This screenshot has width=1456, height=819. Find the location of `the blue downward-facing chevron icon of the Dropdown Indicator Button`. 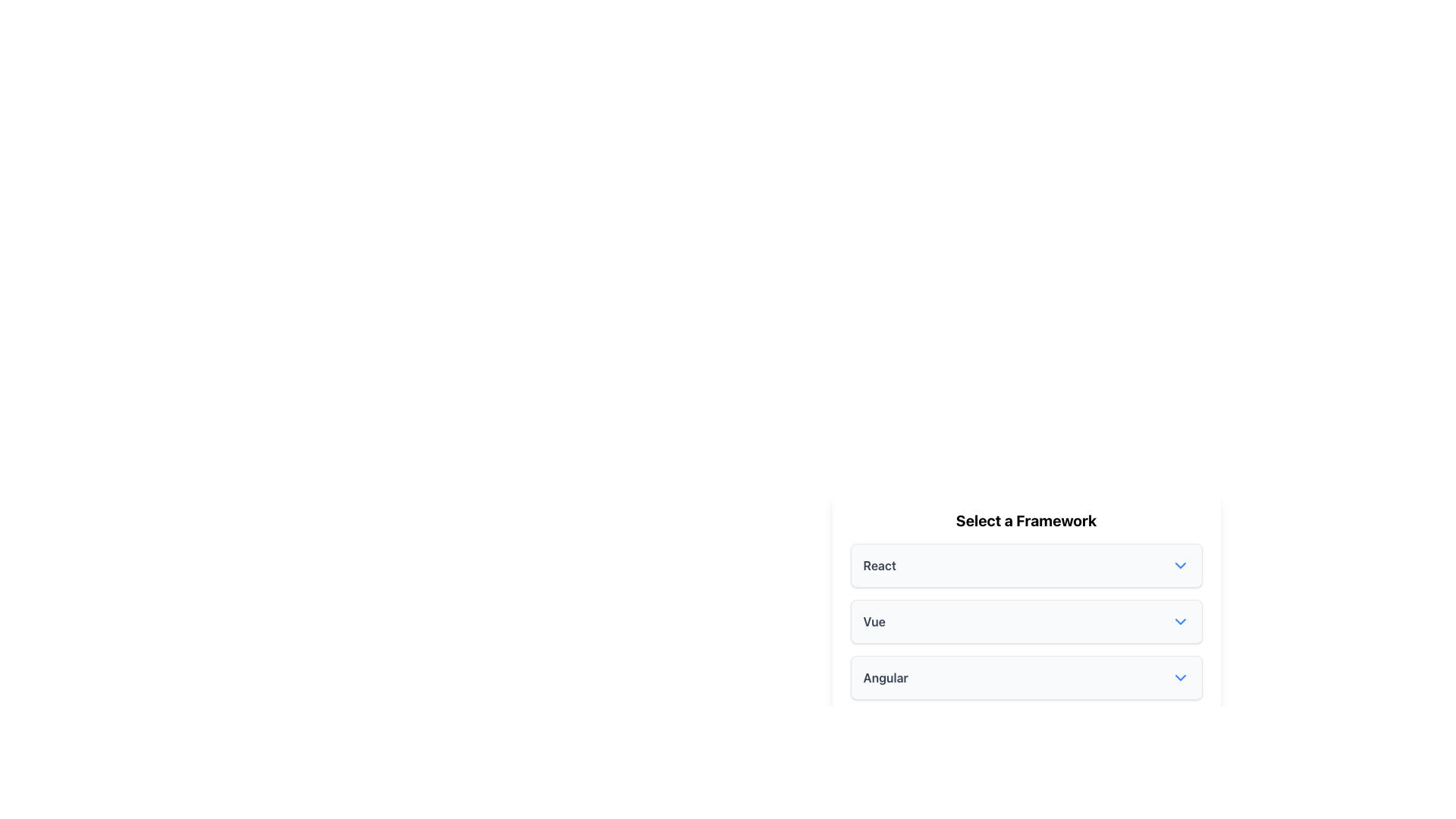

the blue downward-facing chevron icon of the Dropdown Indicator Button is located at coordinates (1179, 622).